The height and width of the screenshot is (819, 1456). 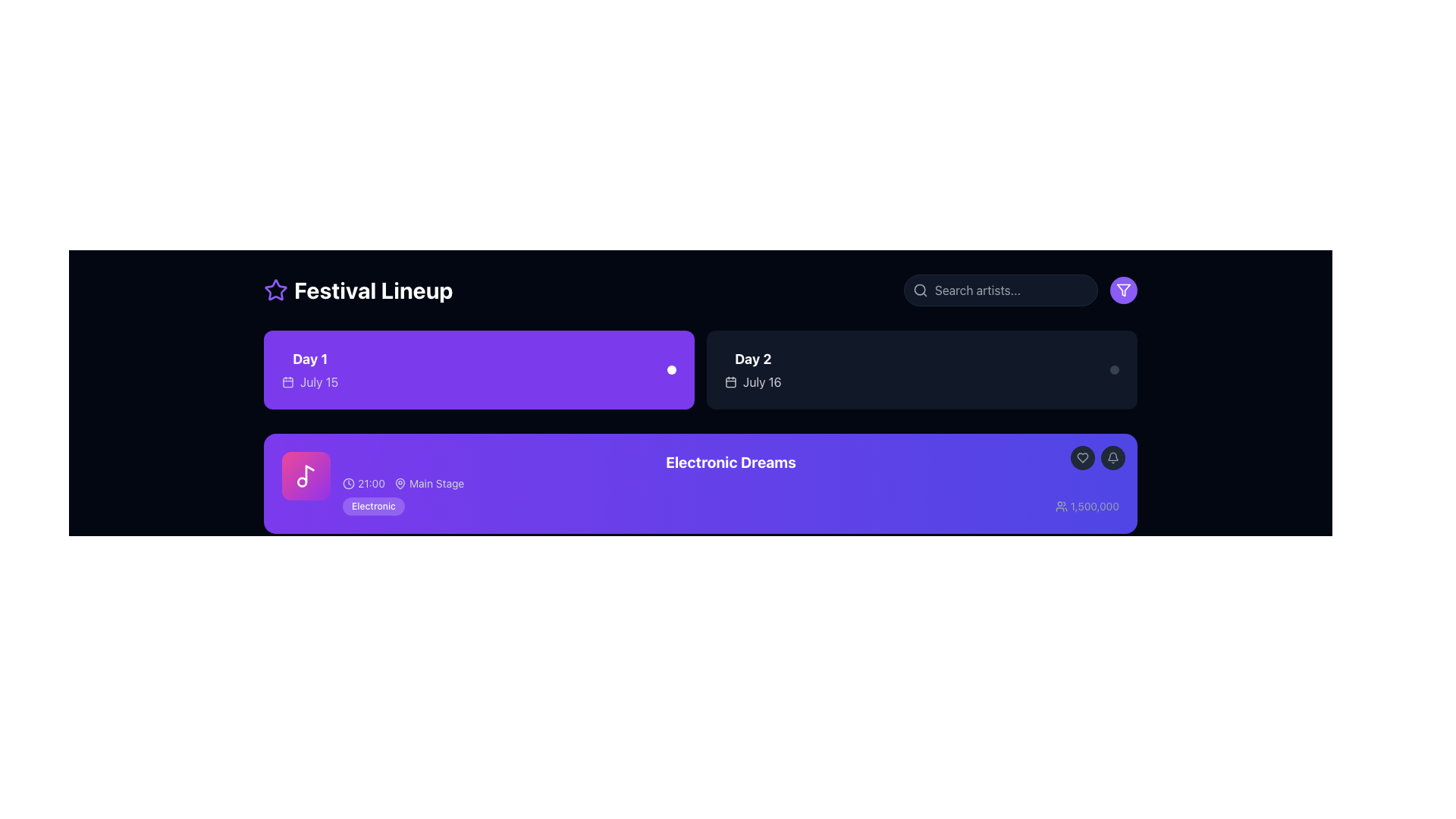 What do you see at coordinates (276, 290) in the screenshot?
I see `the violet star icon with a thick border located at the top-left corner of the interface near the 'Festival Lineup' heading` at bounding box center [276, 290].